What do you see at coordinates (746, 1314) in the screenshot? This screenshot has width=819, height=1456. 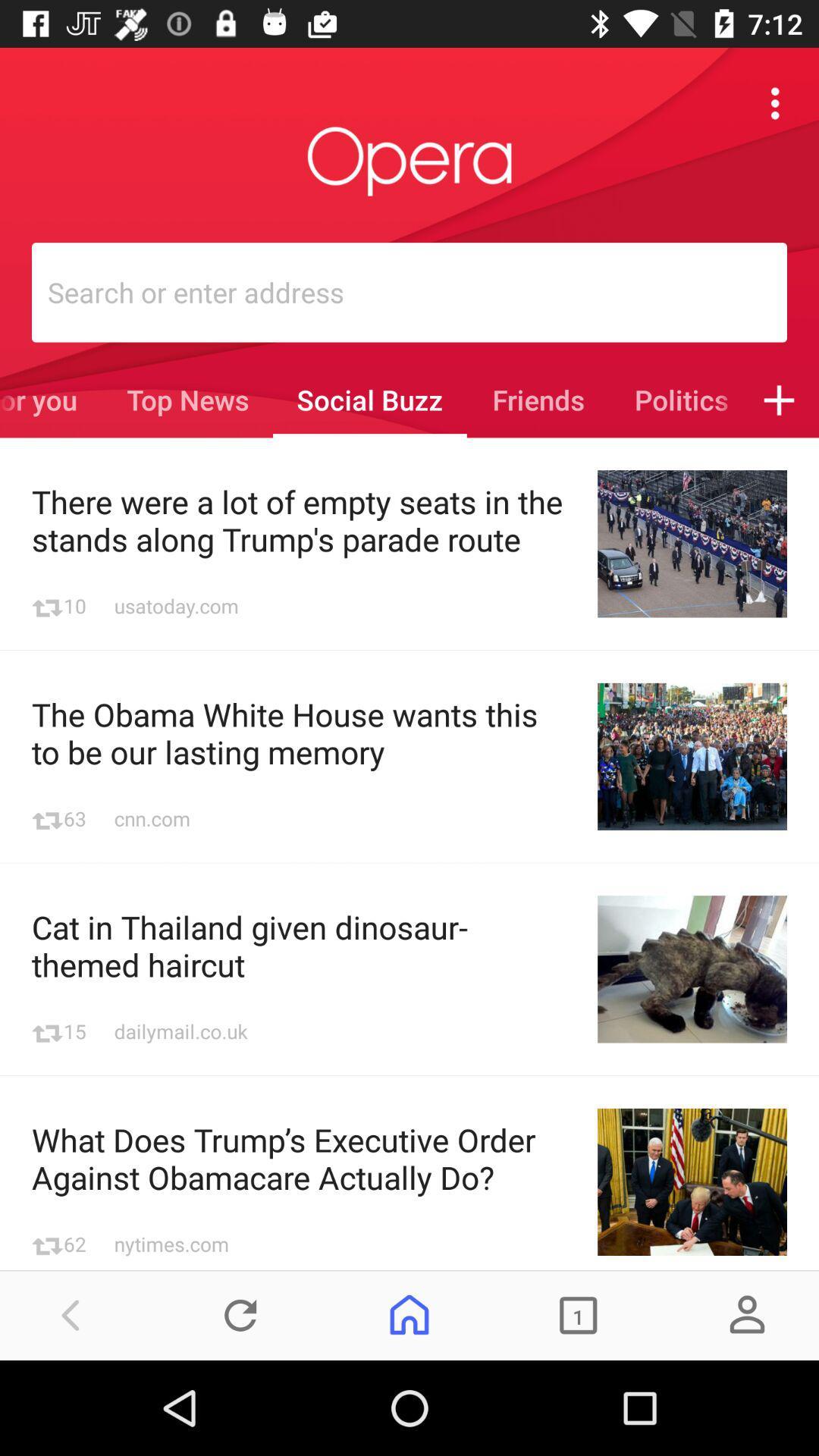 I see `the avatar icon` at bounding box center [746, 1314].